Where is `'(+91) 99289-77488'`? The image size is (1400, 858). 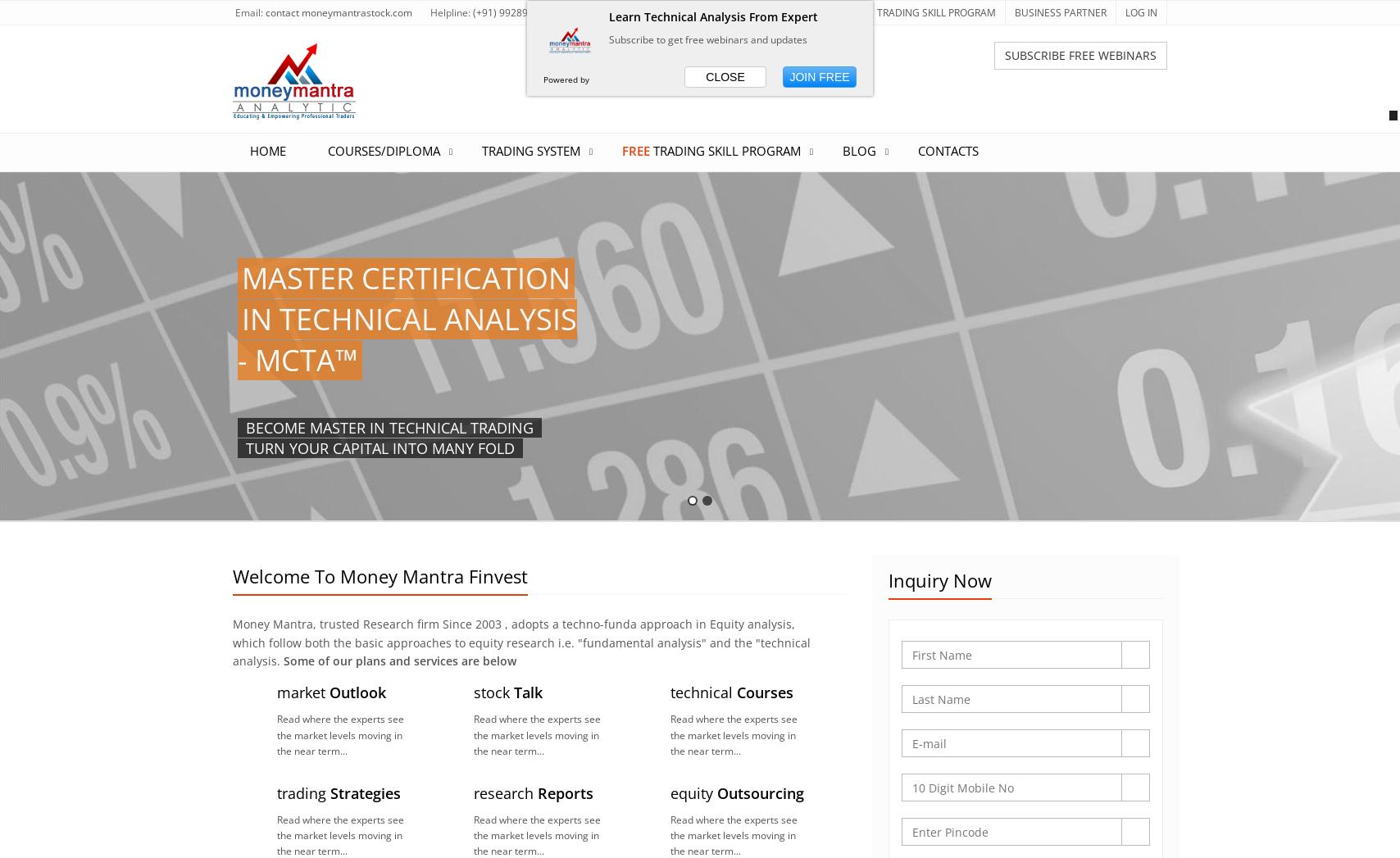 '(+91) 99289-77488' is located at coordinates (516, 11).